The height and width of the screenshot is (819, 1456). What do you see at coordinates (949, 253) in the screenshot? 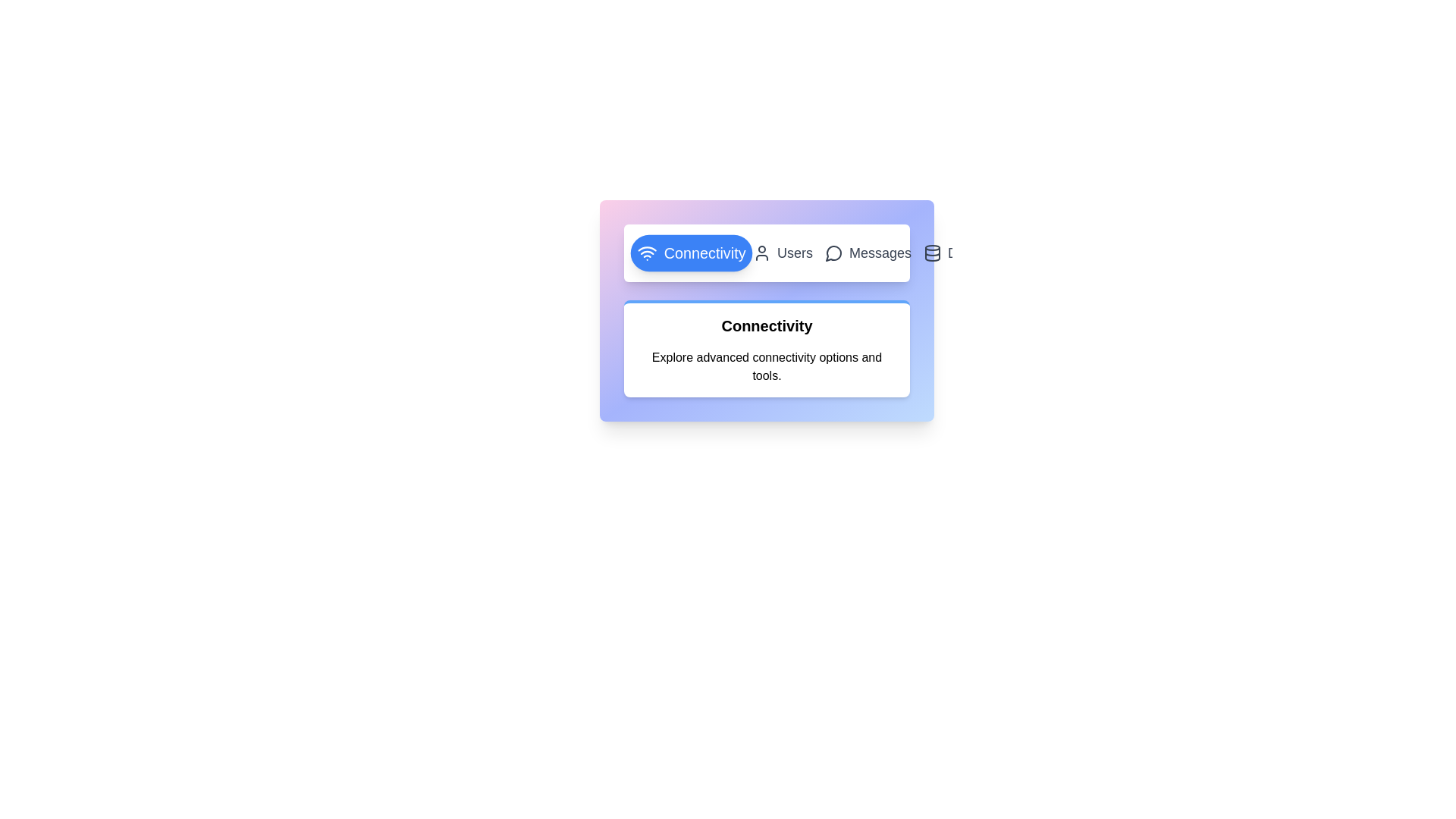
I see `the tab labeled 'Data' to view its content` at bounding box center [949, 253].